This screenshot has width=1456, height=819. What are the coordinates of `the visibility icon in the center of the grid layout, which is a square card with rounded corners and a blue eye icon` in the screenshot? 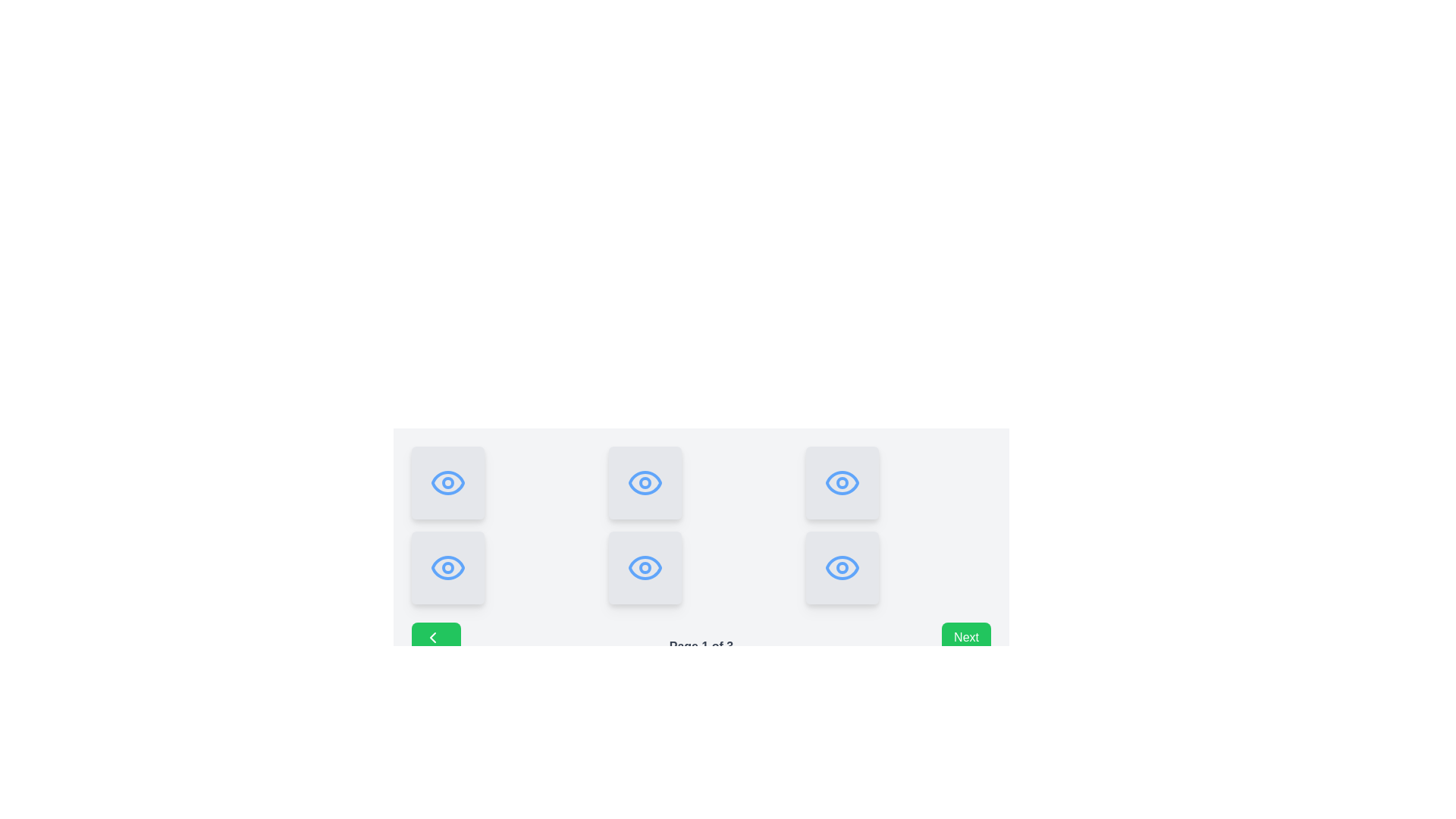 It's located at (645, 567).